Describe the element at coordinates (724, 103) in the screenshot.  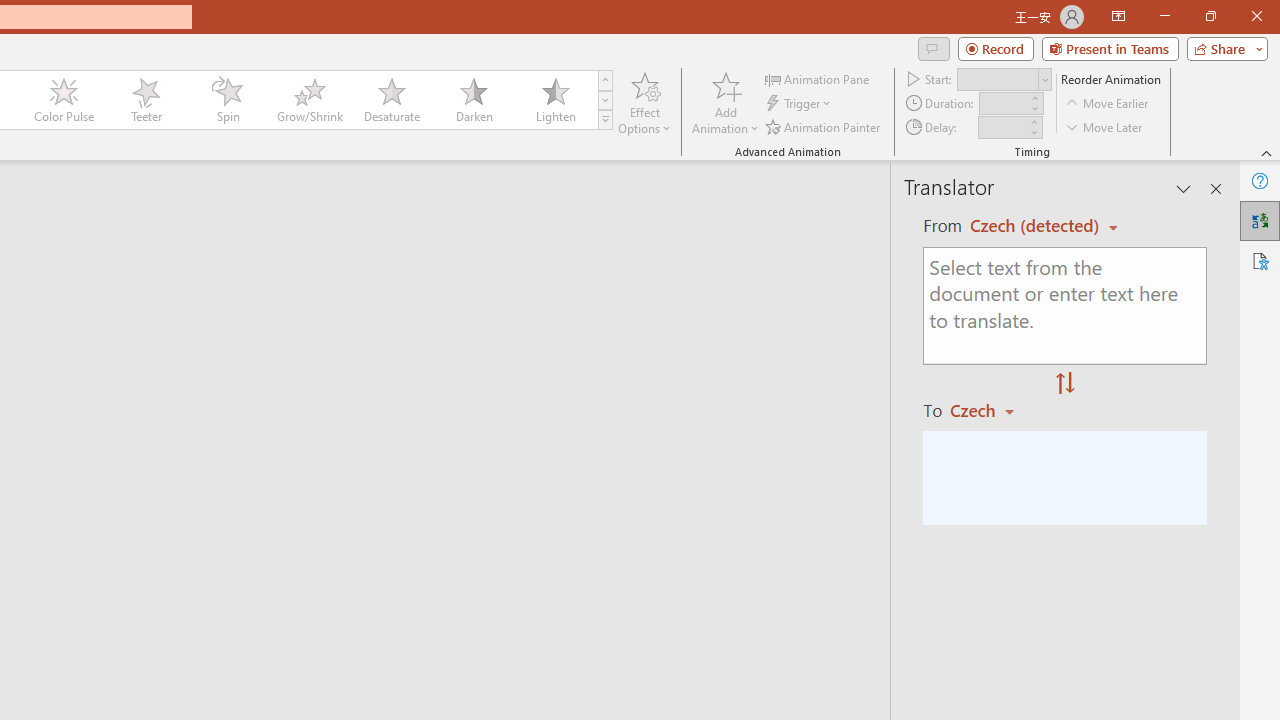
I see `'Add Animation'` at that location.